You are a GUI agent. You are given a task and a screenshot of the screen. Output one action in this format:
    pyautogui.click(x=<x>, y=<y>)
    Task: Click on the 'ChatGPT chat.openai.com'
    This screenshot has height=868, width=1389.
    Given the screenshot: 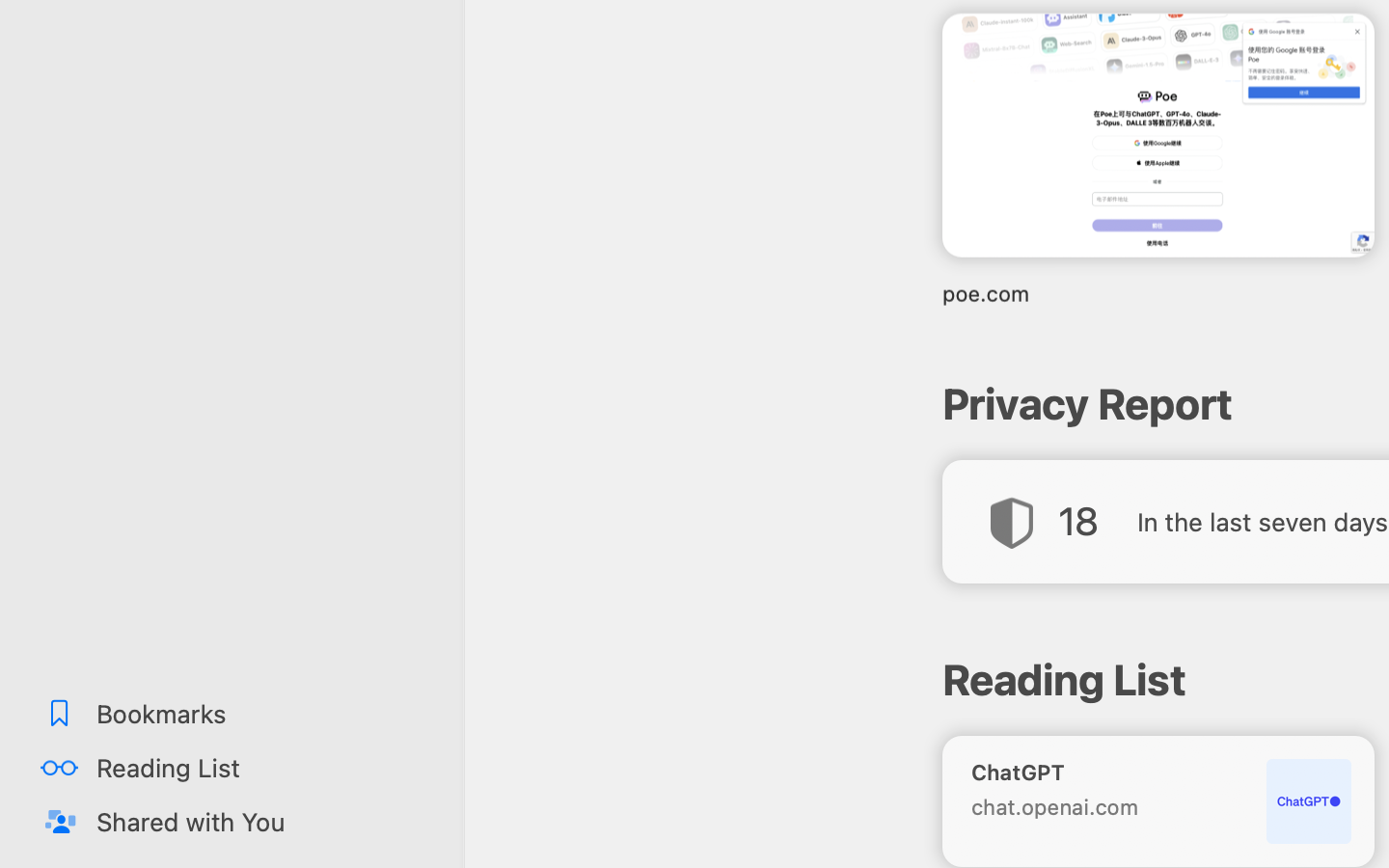 What is the action you would take?
    pyautogui.click(x=1157, y=800)
    